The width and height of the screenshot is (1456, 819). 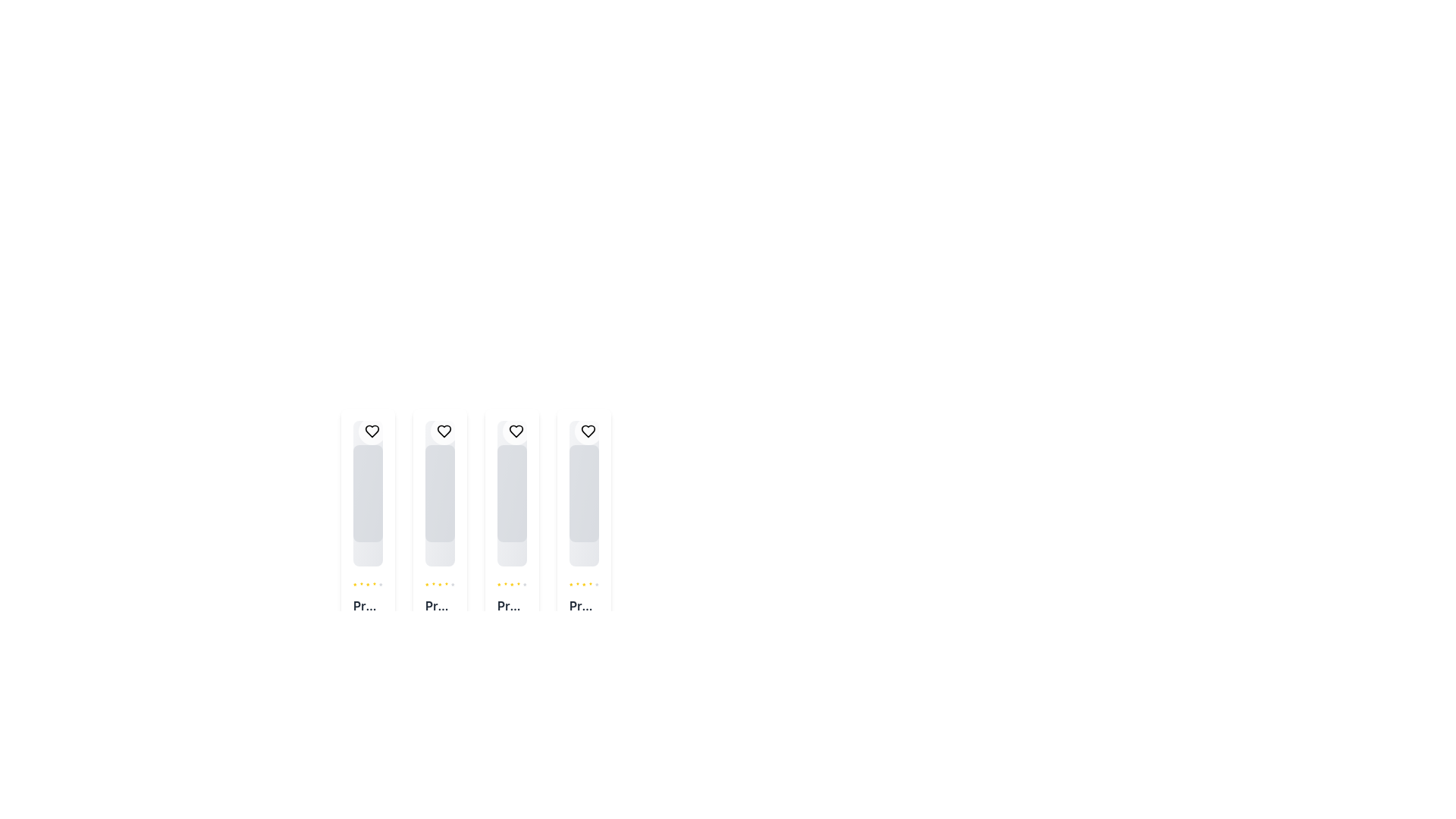 I want to click on the displayed rating on the fourth product card from the left, located at the bottom of the card above the product name and below the main image, so click(x=583, y=584).